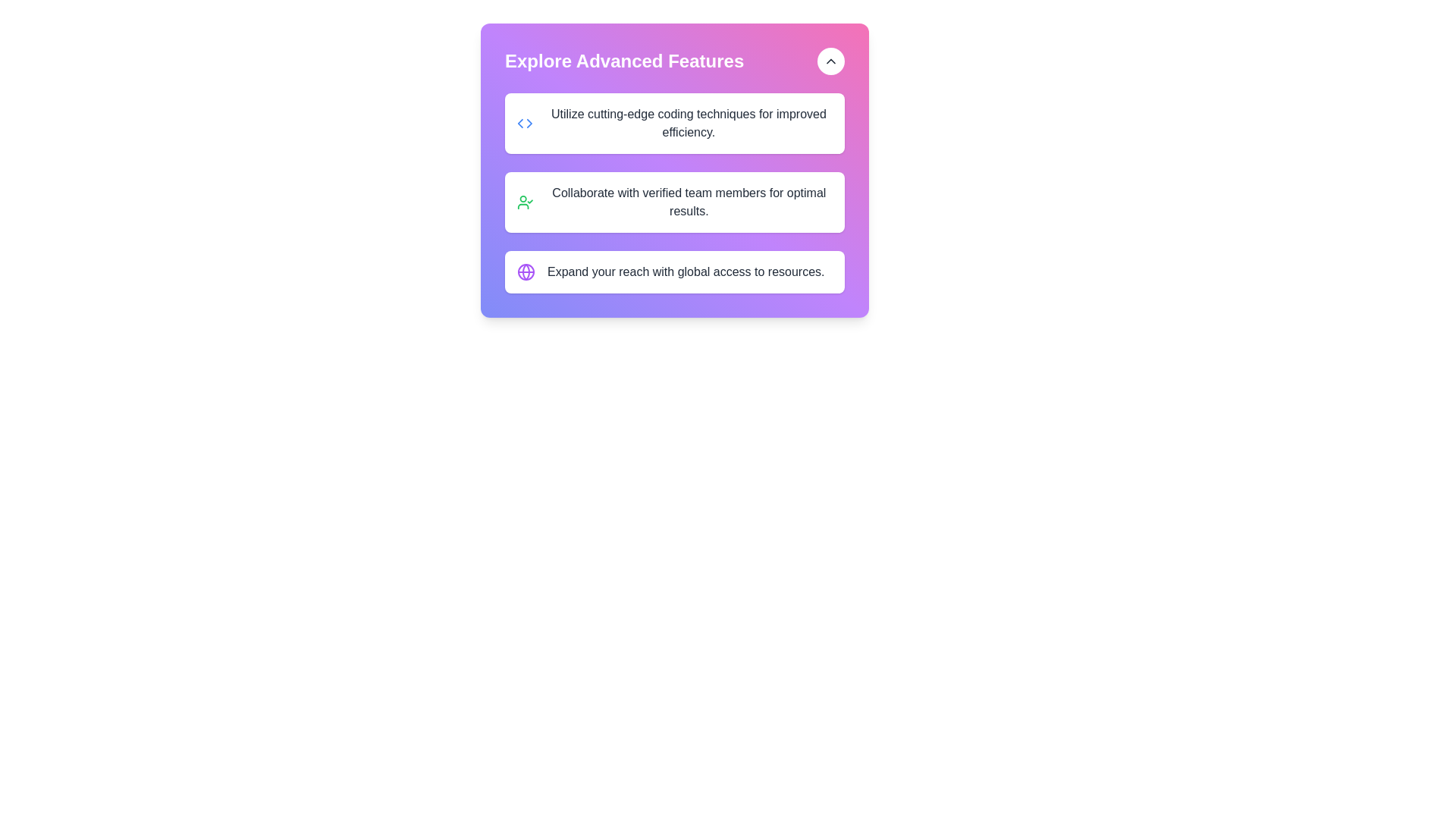  I want to click on the coding icon located at the leftmost position of the first entry in the list within the purple card titled 'Explore Advanced Features', next to the text 'Utilize cutting-edge coding techniques for improved efficiency.', so click(525, 122).